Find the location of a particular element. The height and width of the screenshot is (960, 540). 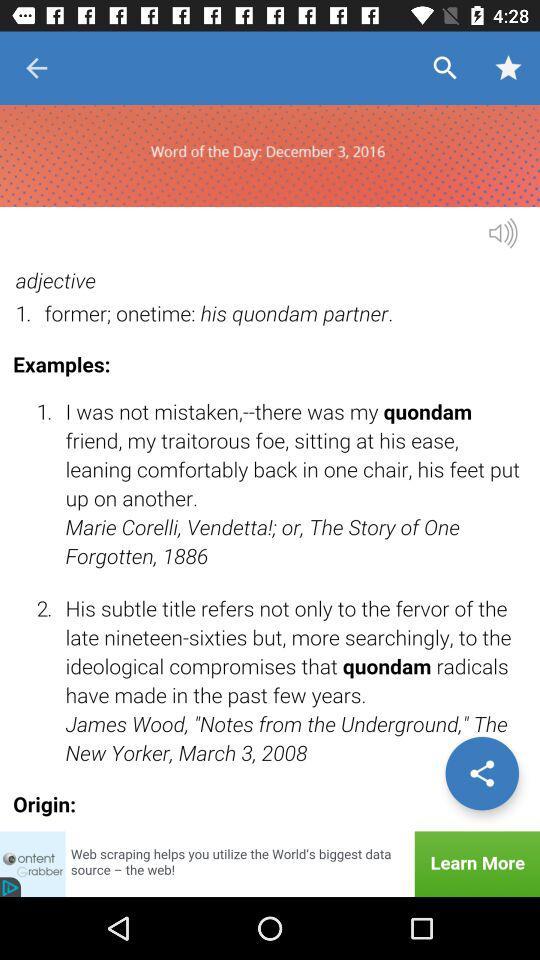

options/settings is located at coordinates (481, 772).